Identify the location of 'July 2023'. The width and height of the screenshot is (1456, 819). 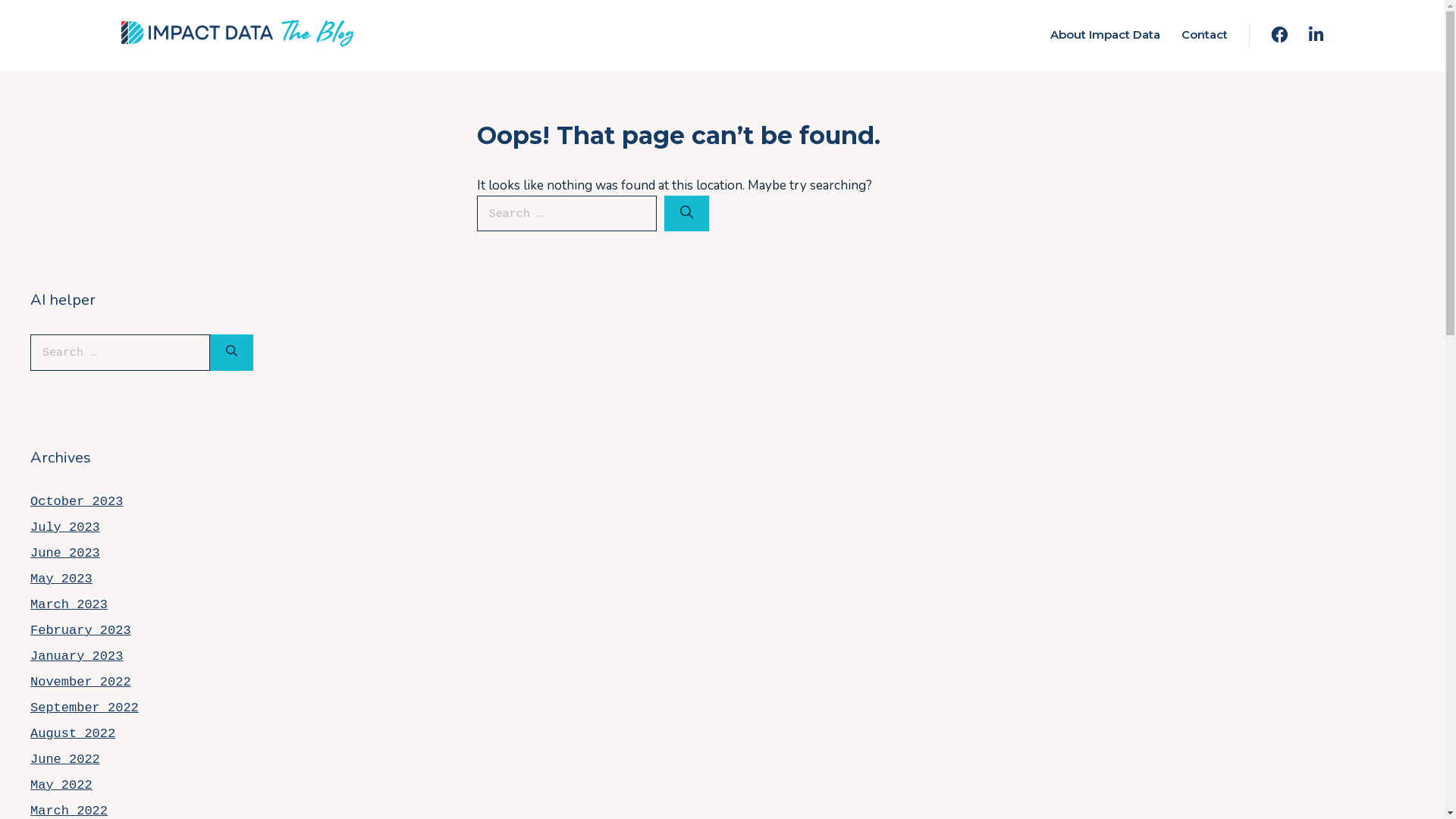
(64, 526).